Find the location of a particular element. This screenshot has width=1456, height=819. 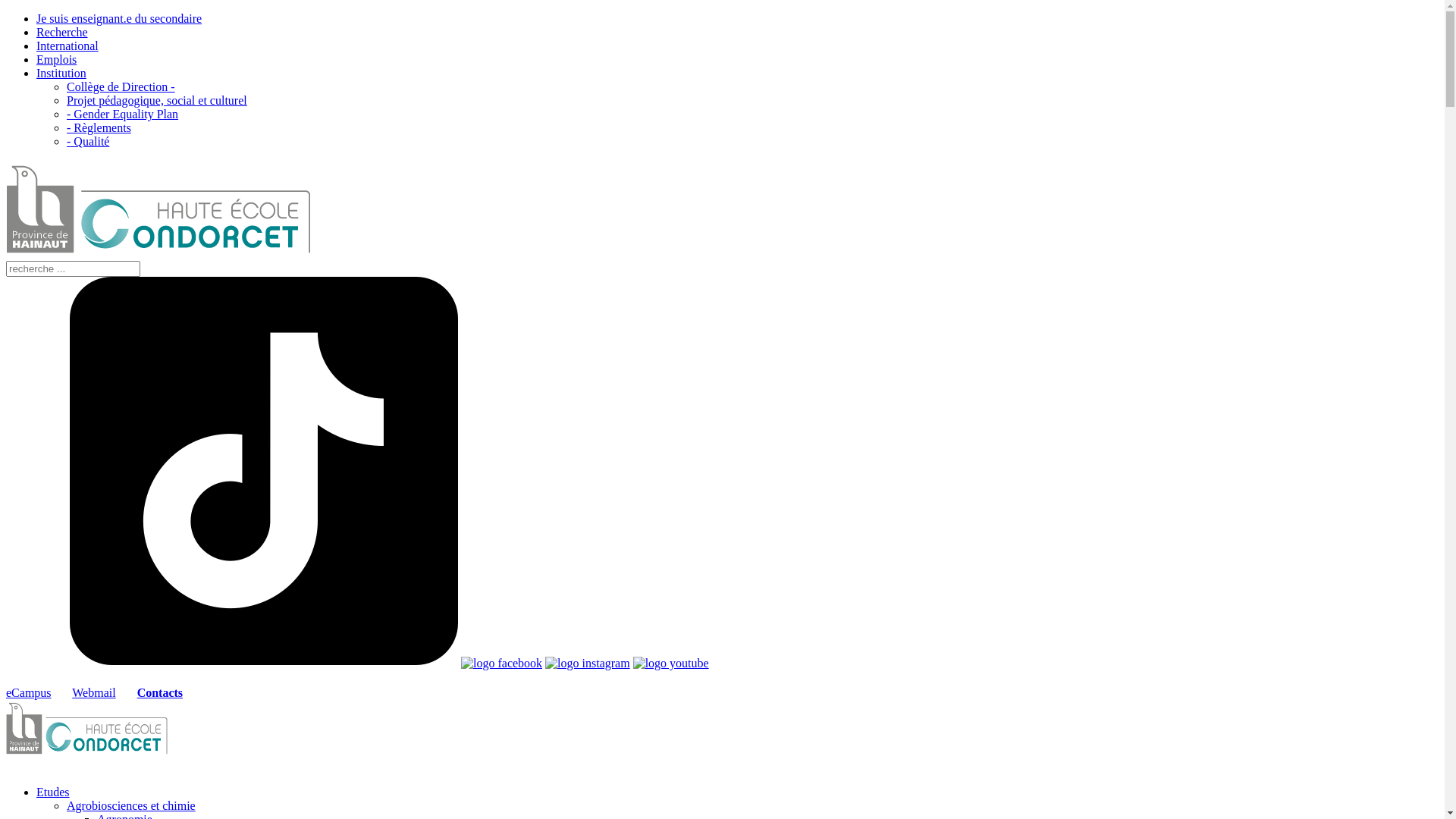

'Je suis enseignant.e du secondaire' is located at coordinates (36, 18).